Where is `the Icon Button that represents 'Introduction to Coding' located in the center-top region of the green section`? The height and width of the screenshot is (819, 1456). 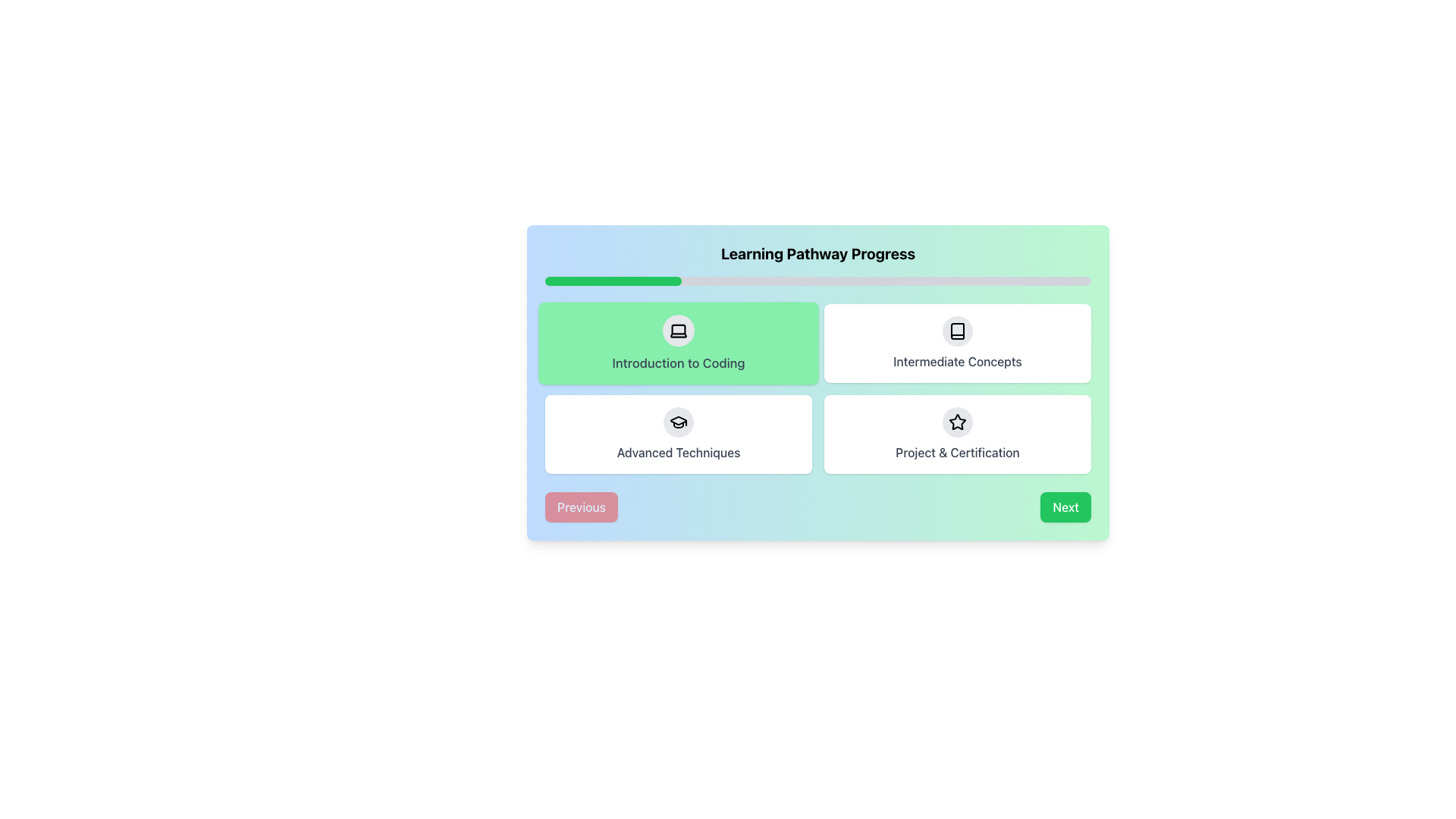 the Icon Button that represents 'Introduction to Coding' located in the center-top region of the green section is located at coordinates (677, 329).